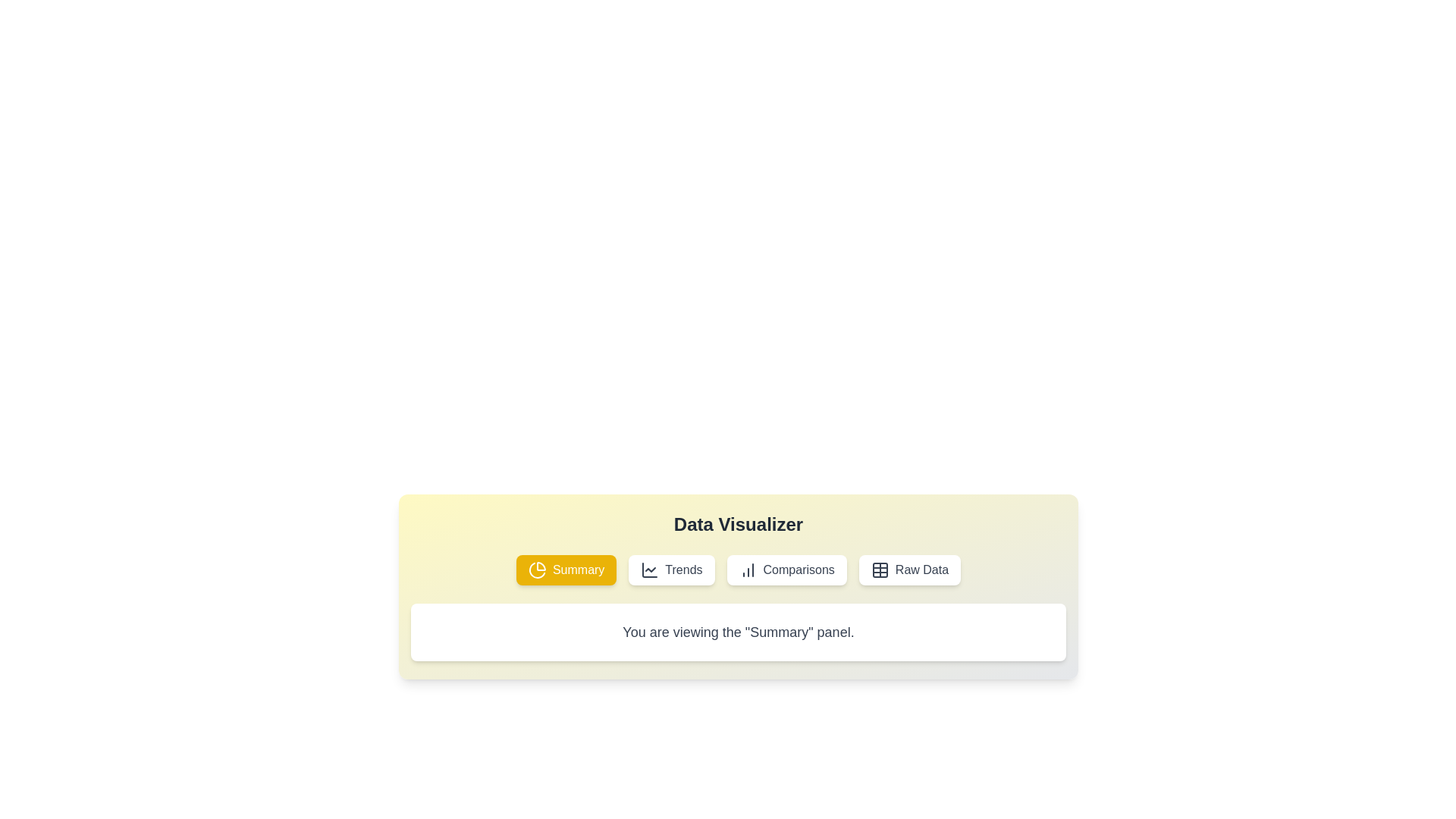 Image resolution: width=1456 pixels, height=819 pixels. I want to click on the 'Comparisons' button, which is the third button in a horizontal row of buttons labeled 'Summary', 'Trends', 'Comparisons', and 'Raw Data', to switch views, so click(786, 570).